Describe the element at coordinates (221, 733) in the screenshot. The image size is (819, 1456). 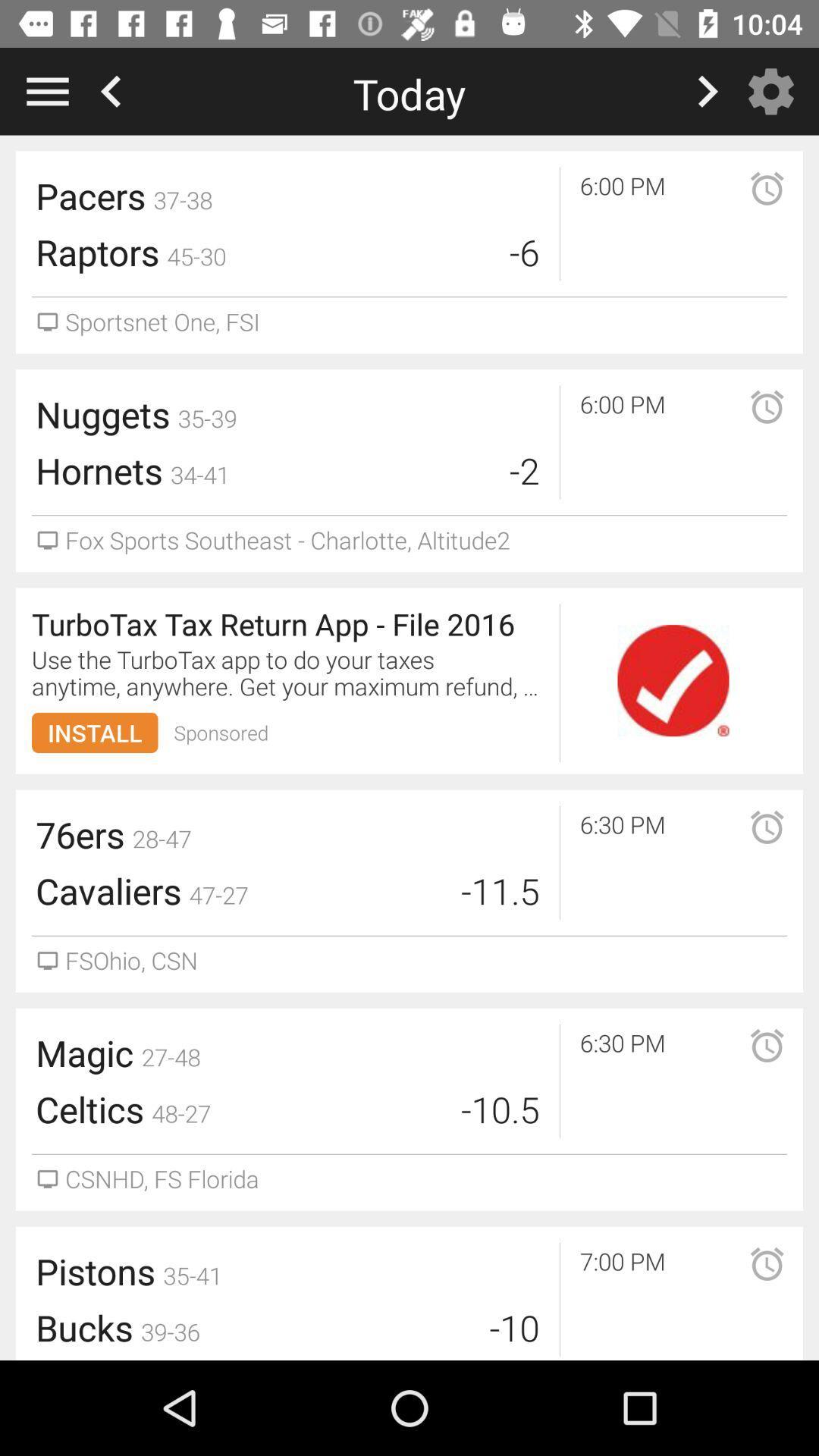
I see `sponsored item` at that location.